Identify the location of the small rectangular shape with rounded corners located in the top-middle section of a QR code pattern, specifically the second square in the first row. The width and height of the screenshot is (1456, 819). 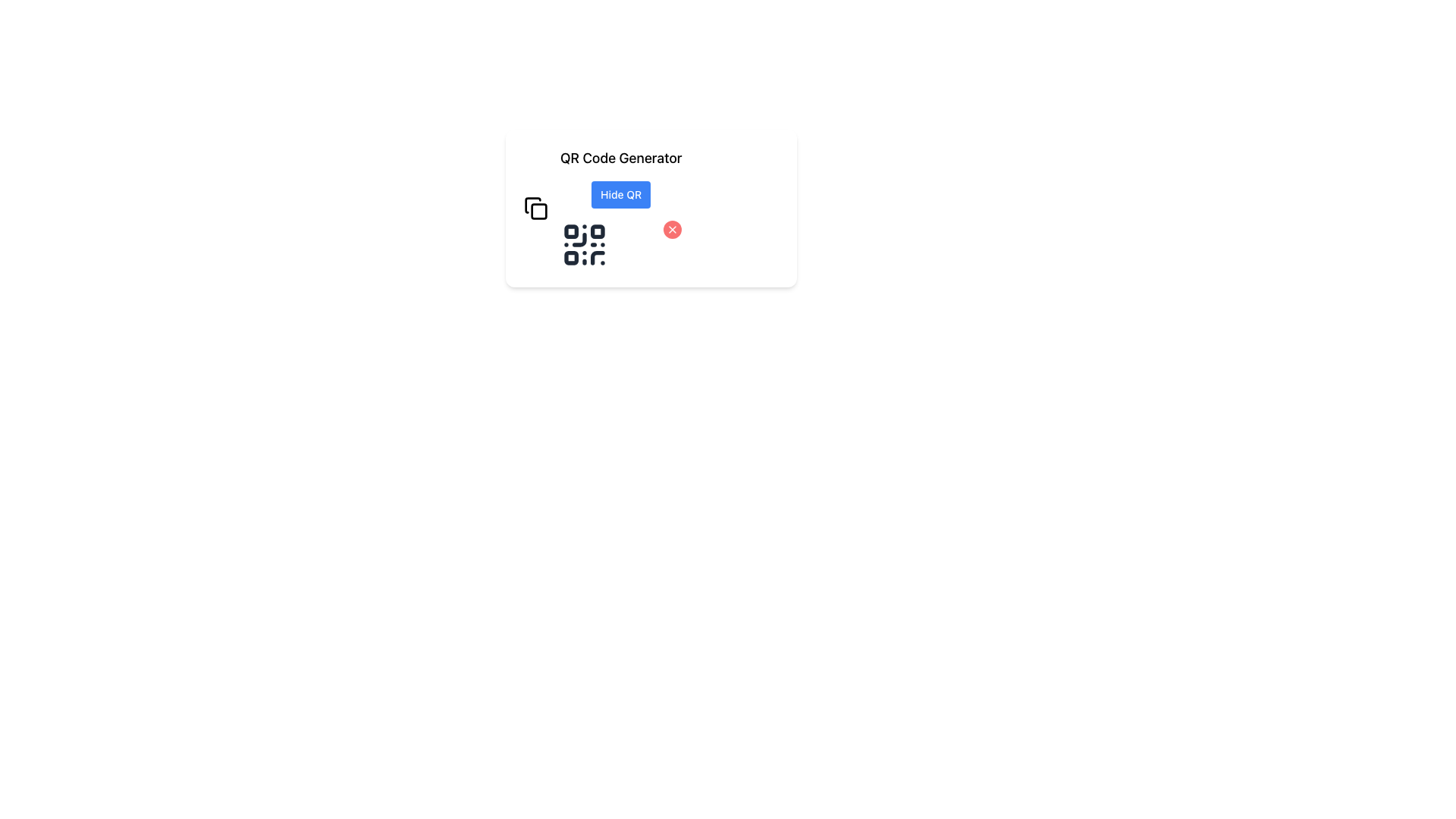
(597, 231).